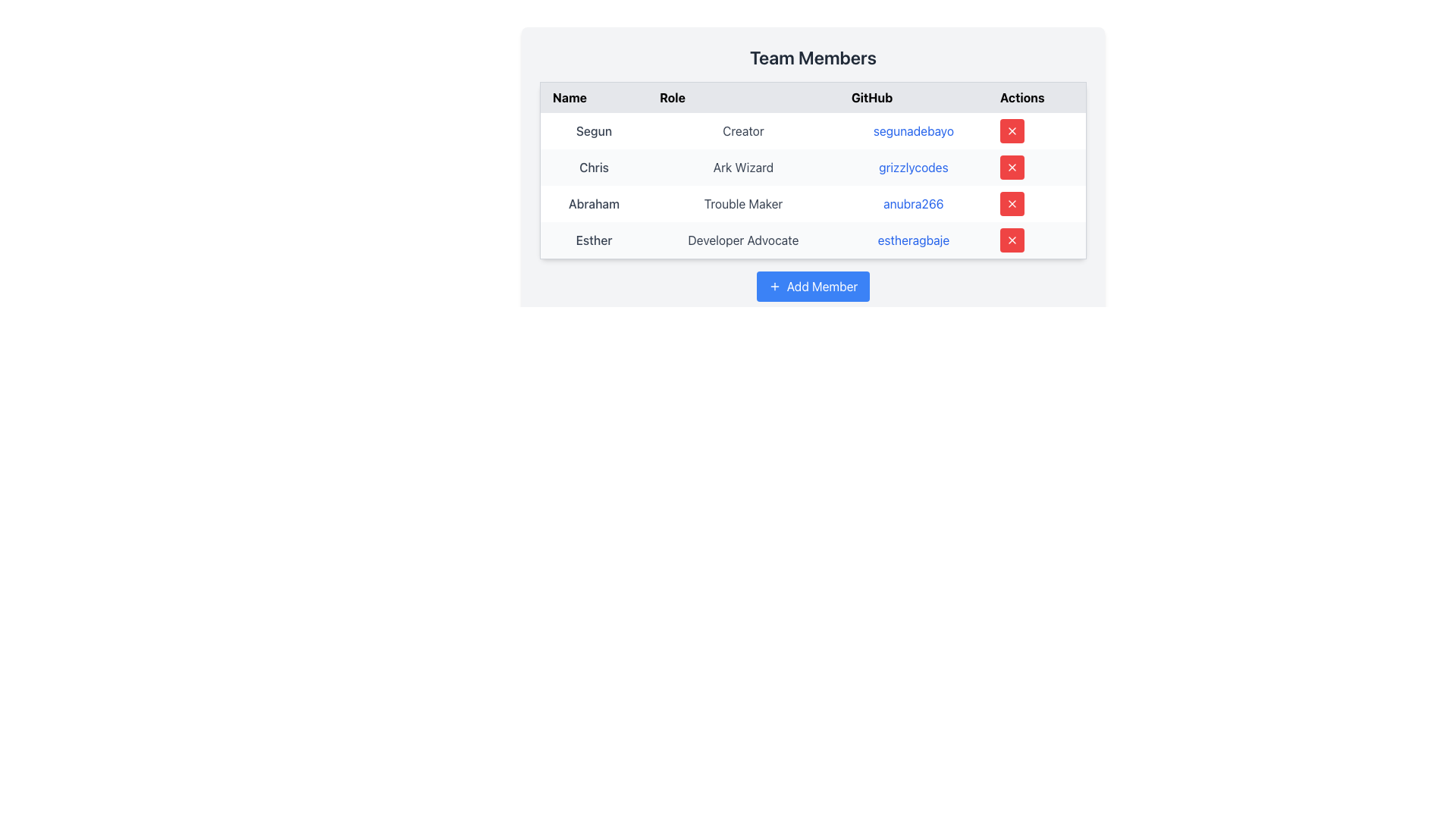 The width and height of the screenshot is (1456, 819). What do you see at coordinates (774, 287) in the screenshot?
I see `the 'Add Member' button which contains the icon for adding a new member, located centrally below the team members table` at bounding box center [774, 287].